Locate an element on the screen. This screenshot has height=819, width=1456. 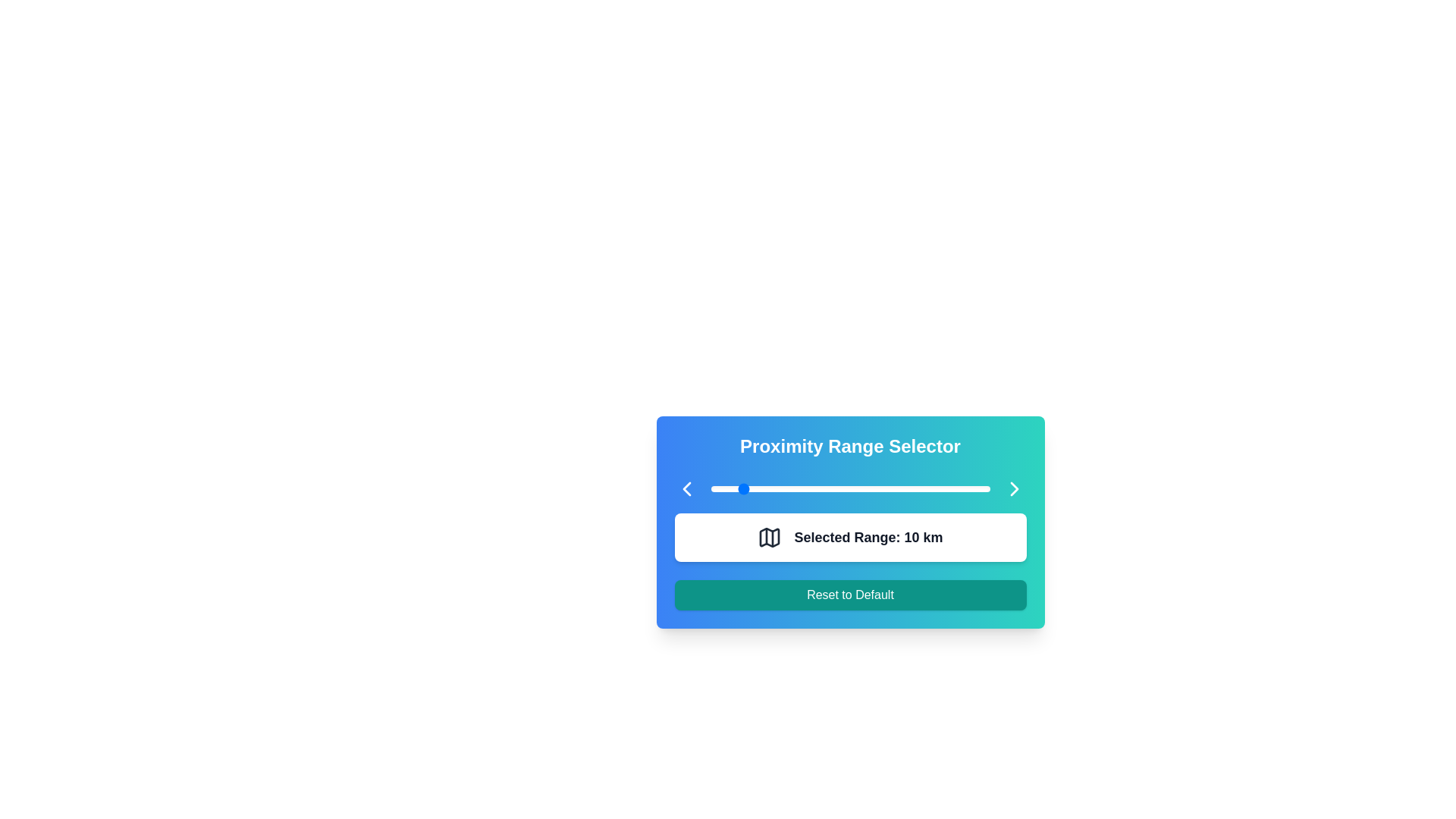
the proximity range is located at coordinates (987, 488).